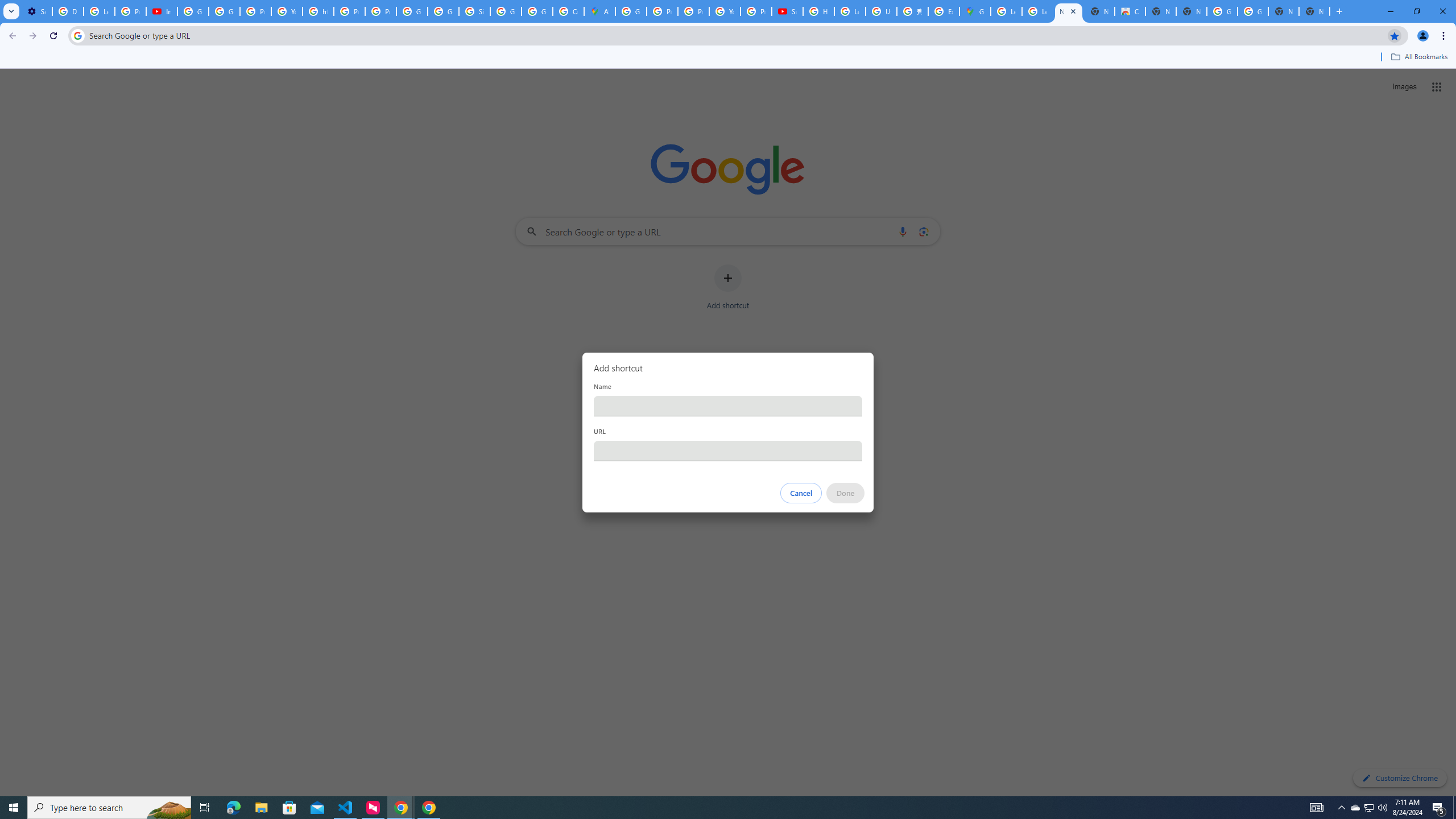  Describe the element at coordinates (317, 11) in the screenshot. I see `'https://scholar.google.com/'` at that location.